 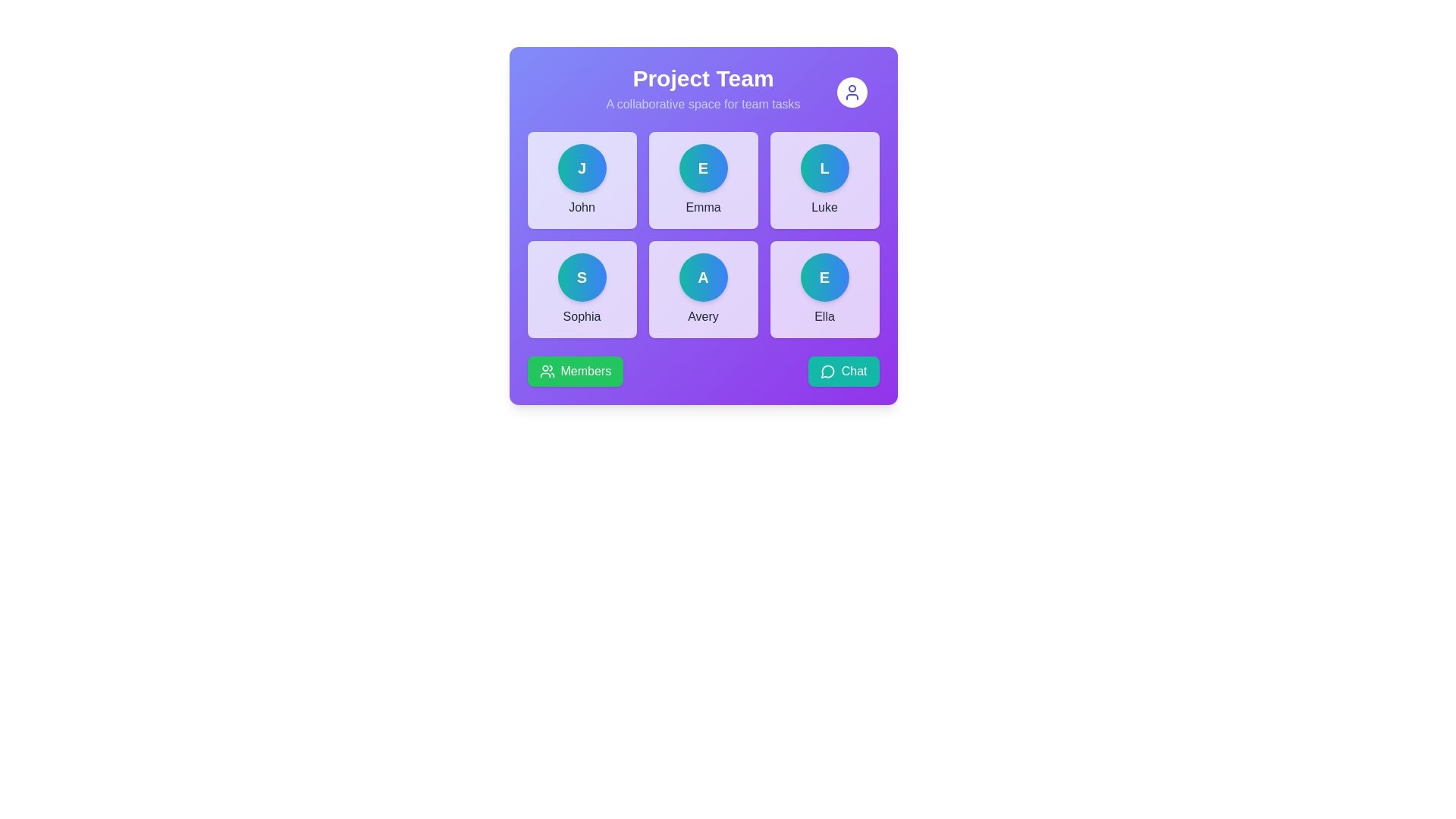 What do you see at coordinates (702, 315) in the screenshot?
I see `the label text indicating the name 'Avery', which is located in the center column of the bottom row of the grid layout, below the icon displaying the initial 'A'` at bounding box center [702, 315].